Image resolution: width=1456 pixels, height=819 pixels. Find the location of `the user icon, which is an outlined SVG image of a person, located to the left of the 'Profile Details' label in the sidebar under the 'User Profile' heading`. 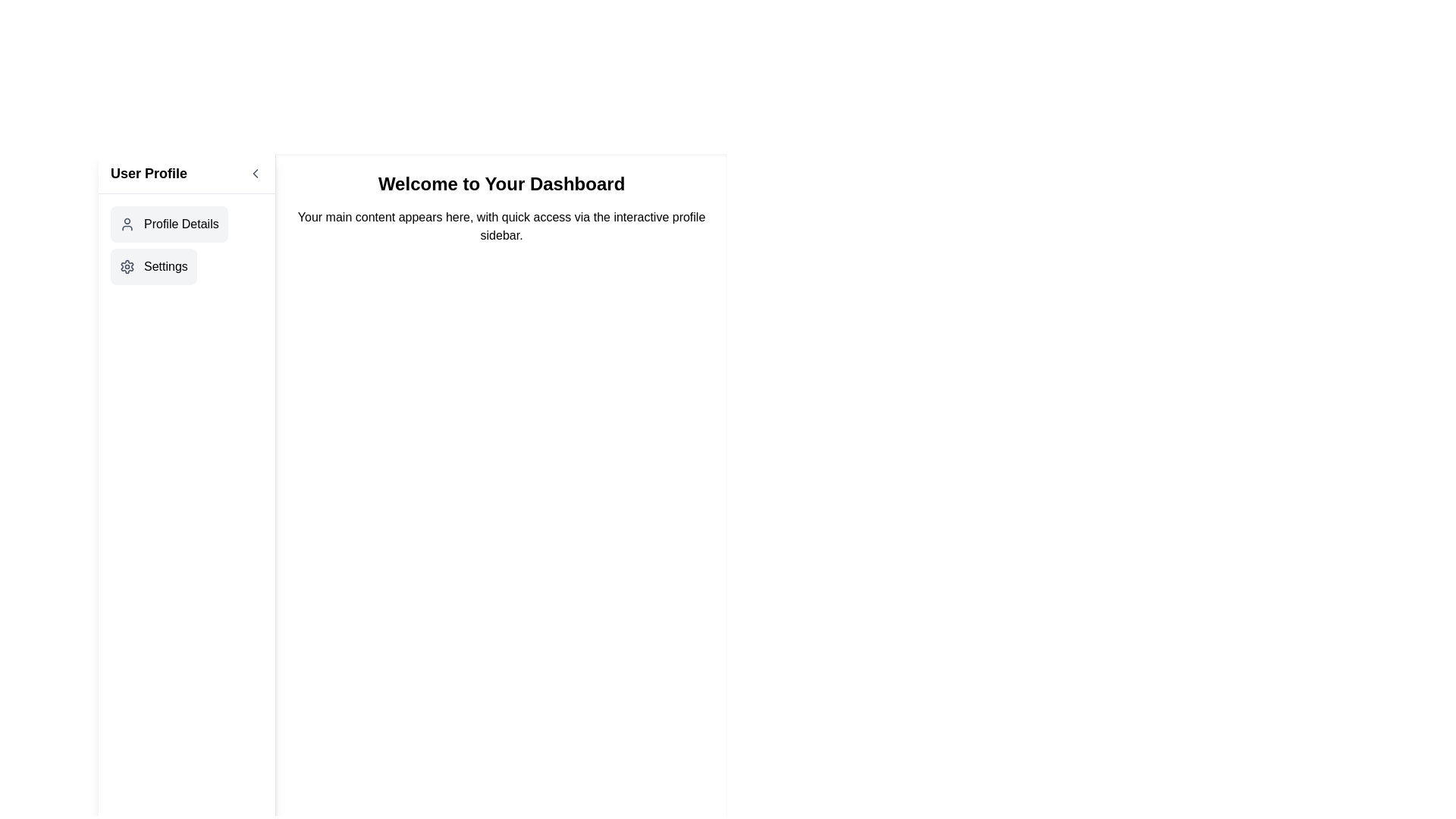

the user icon, which is an outlined SVG image of a person, located to the left of the 'Profile Details' label in the sidebar under the 'User Profile' heading is located at coordinates (127, 224).